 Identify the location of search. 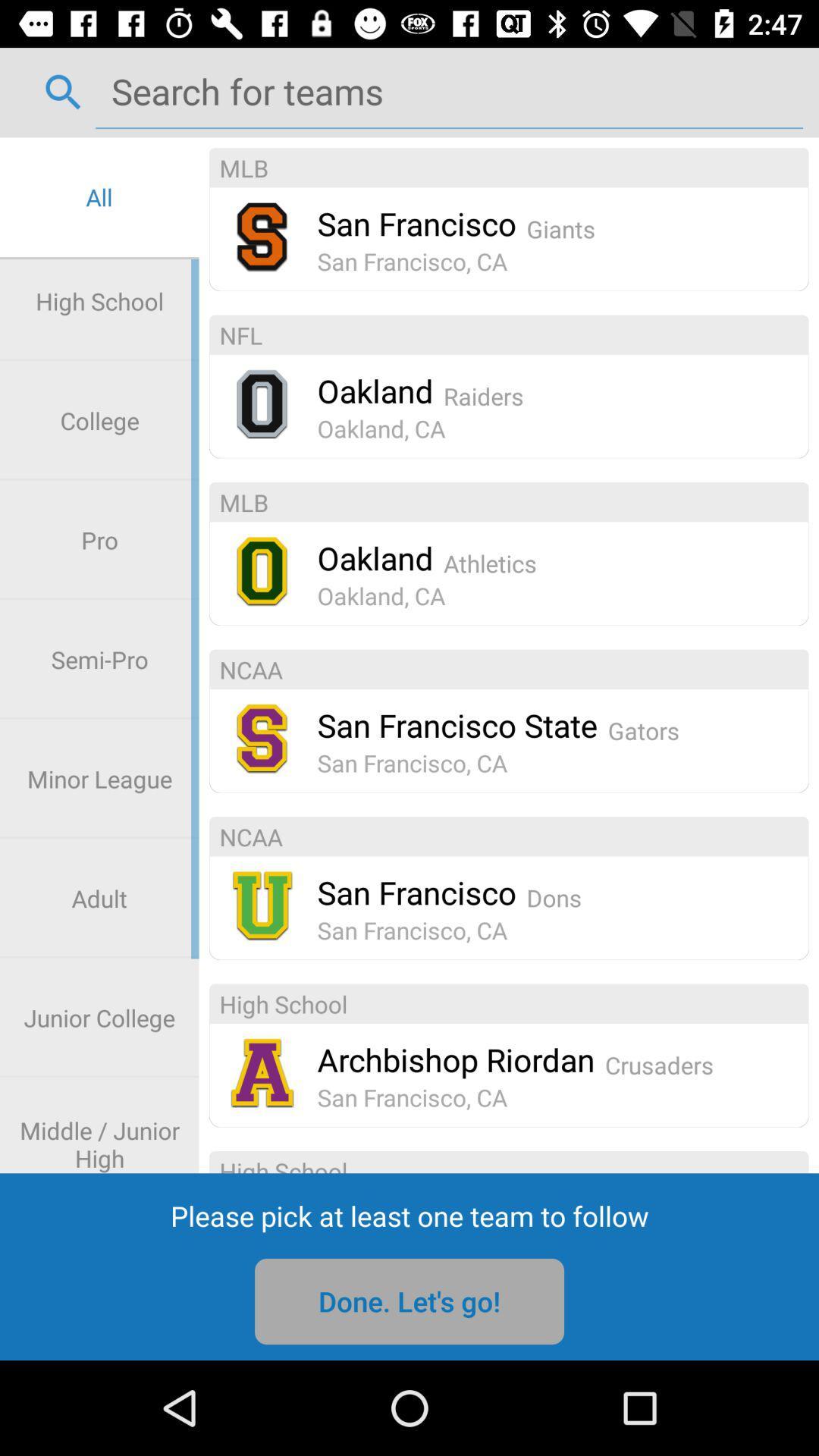
(448, 90).